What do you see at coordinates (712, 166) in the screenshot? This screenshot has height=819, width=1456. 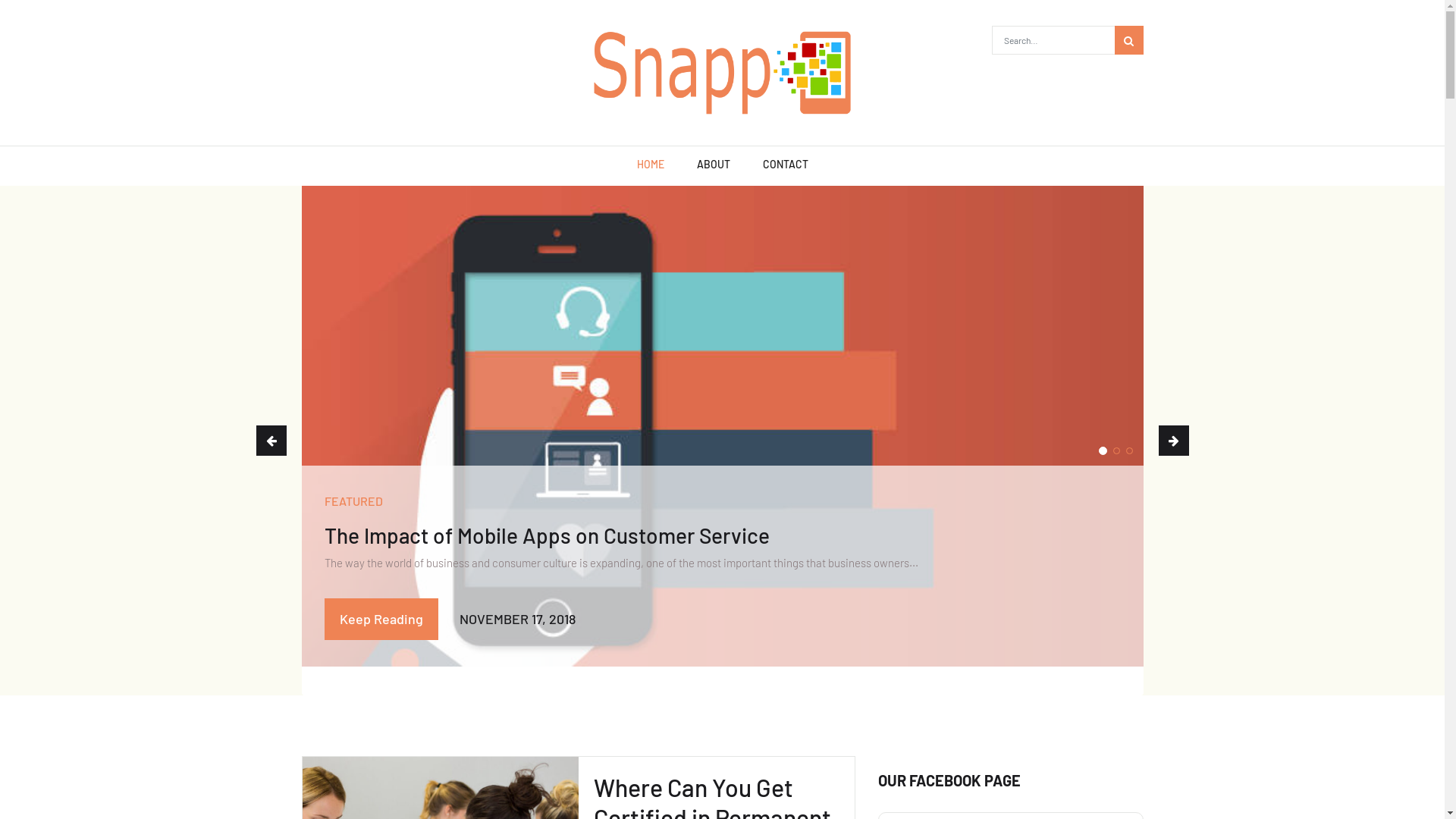 I see `'ABOUT'` at bounding box center [712, 166].